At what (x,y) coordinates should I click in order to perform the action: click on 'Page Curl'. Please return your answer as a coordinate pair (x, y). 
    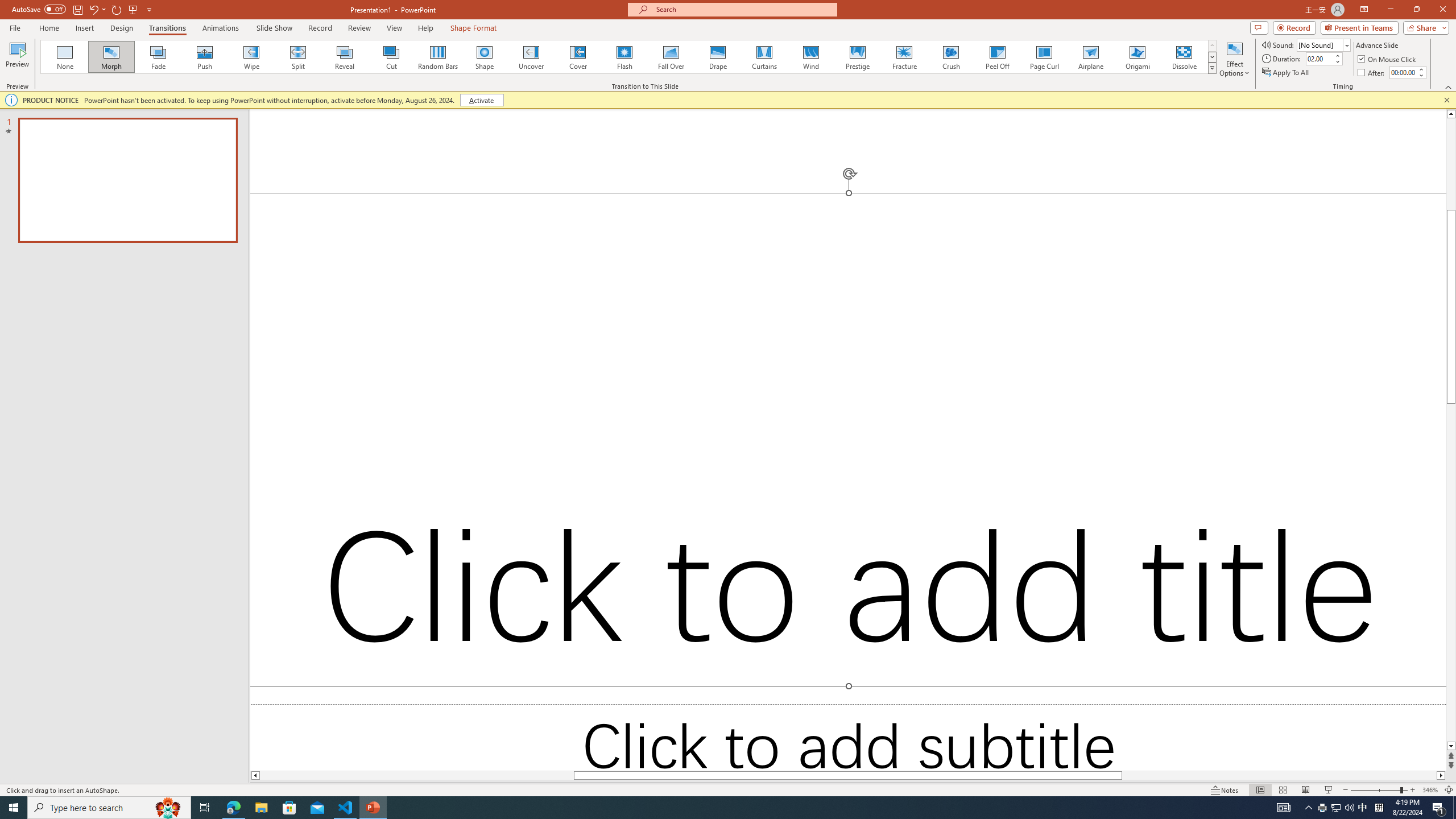
    Looking at the image, I should click on (1043, 56).